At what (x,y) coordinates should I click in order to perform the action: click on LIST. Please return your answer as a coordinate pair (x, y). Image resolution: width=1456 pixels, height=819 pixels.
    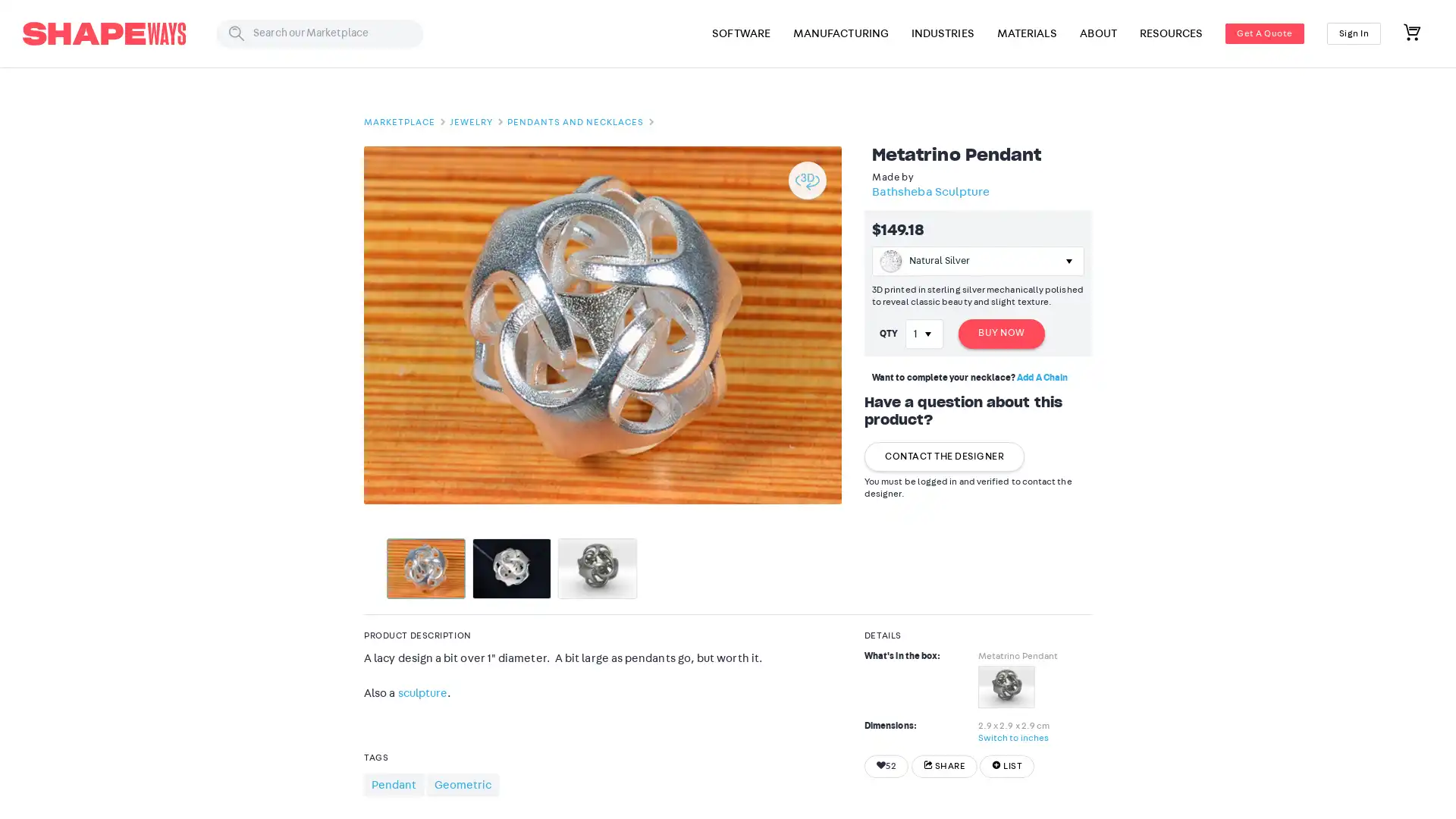
    Looking at the image, I should click on (1007, 766).